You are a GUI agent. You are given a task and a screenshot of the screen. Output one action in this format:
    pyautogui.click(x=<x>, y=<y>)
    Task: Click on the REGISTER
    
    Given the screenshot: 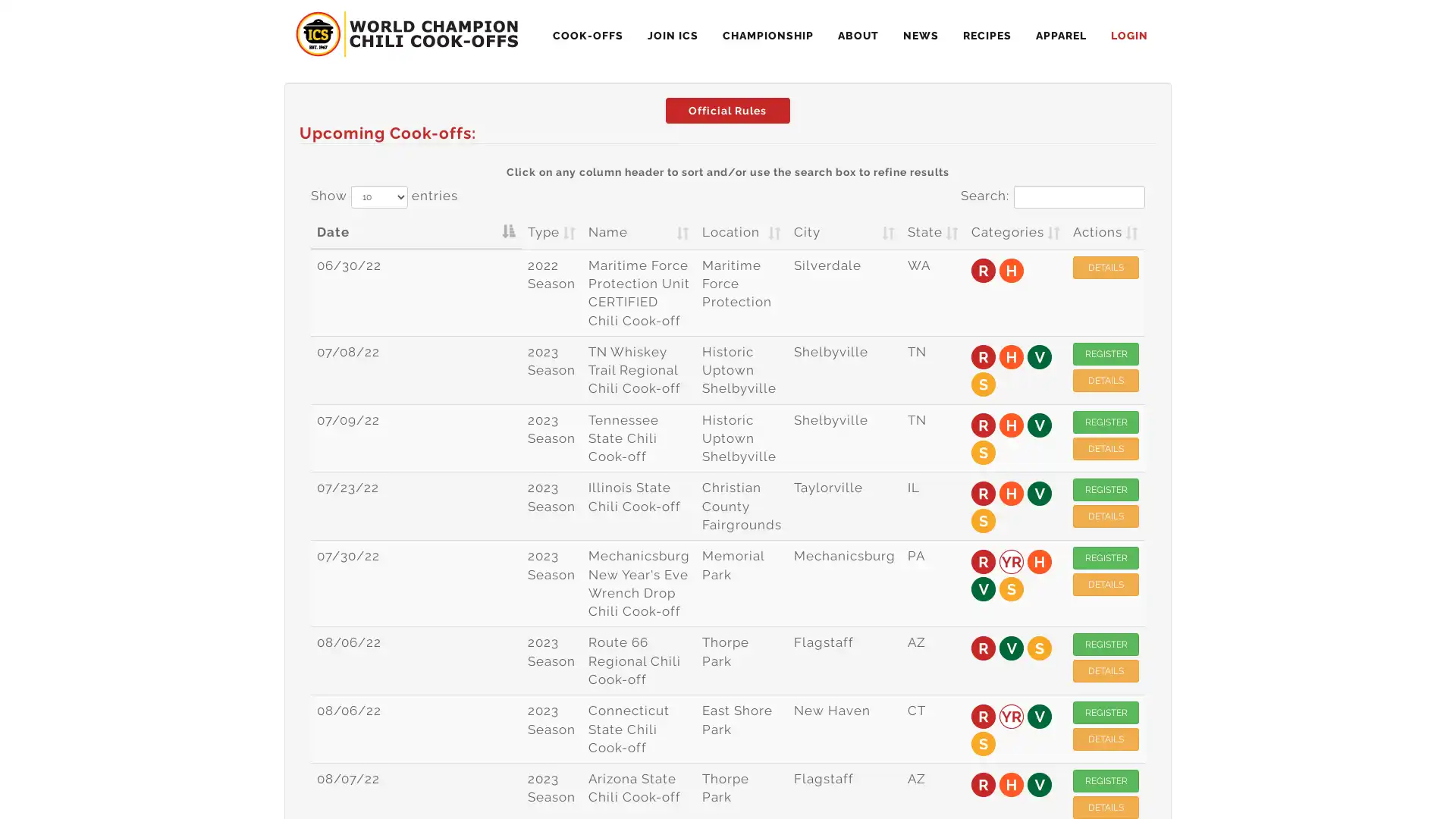 What is the action you would take?
    pyautogui.click(x=1106, y=644)
    